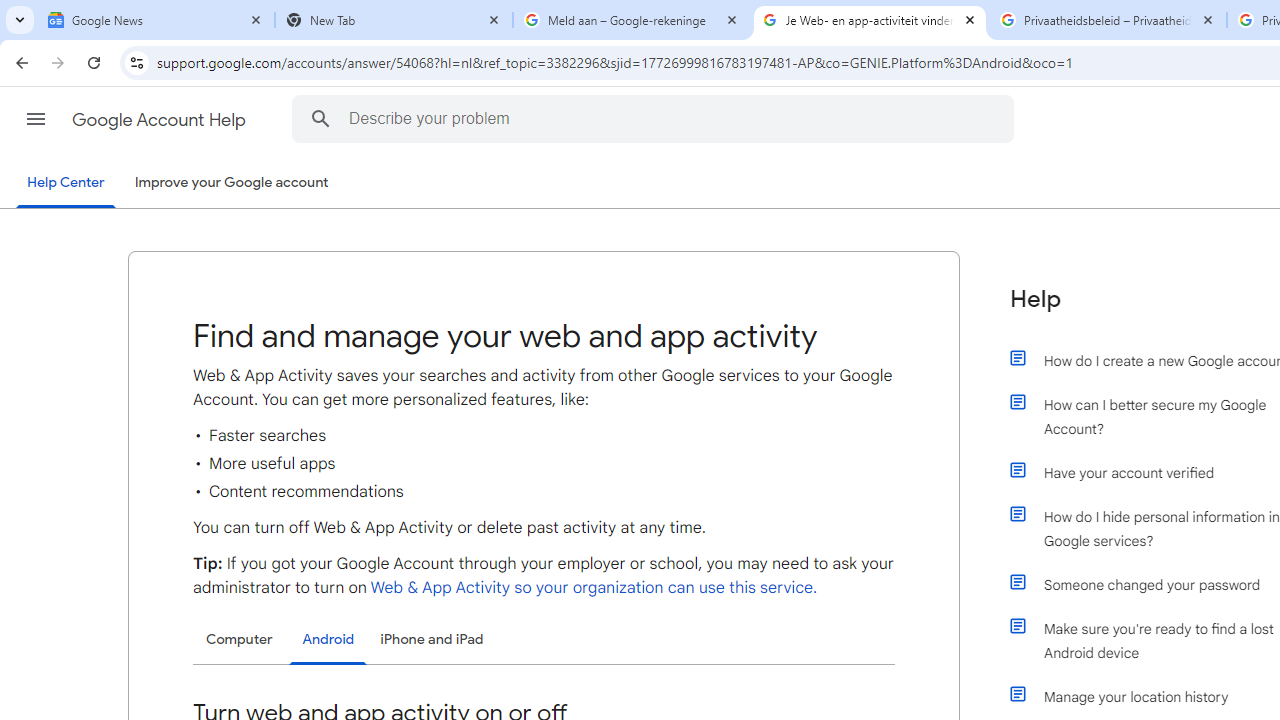 This screenshot has height=720, width=1280. I want to click on 'Search tabs', so click(20, 20).